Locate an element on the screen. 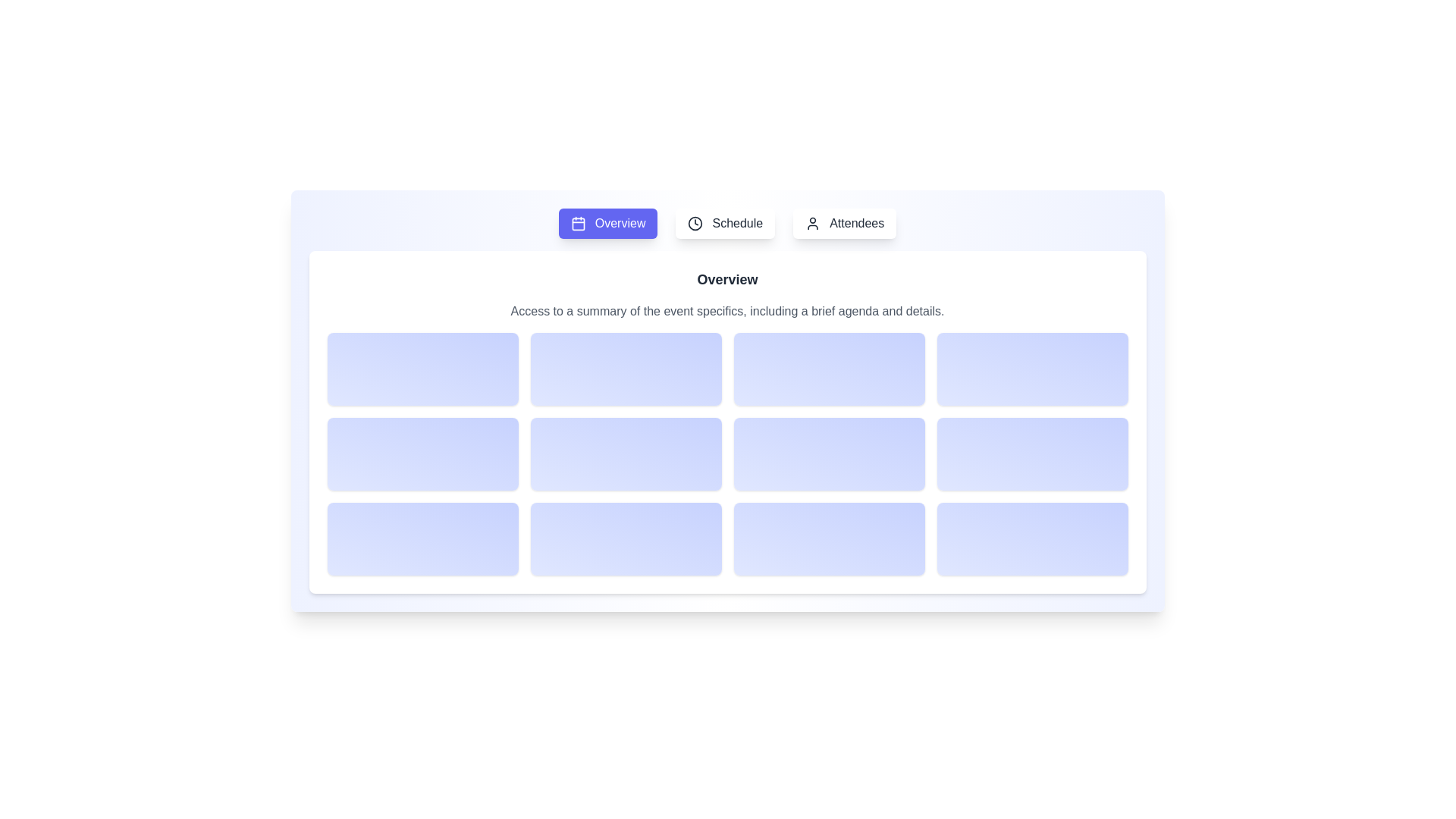 Image resolution: width=1456 pixels, height=819 pixels. the tab labeled Schedule to view its content is located at coordinates (724, 223).